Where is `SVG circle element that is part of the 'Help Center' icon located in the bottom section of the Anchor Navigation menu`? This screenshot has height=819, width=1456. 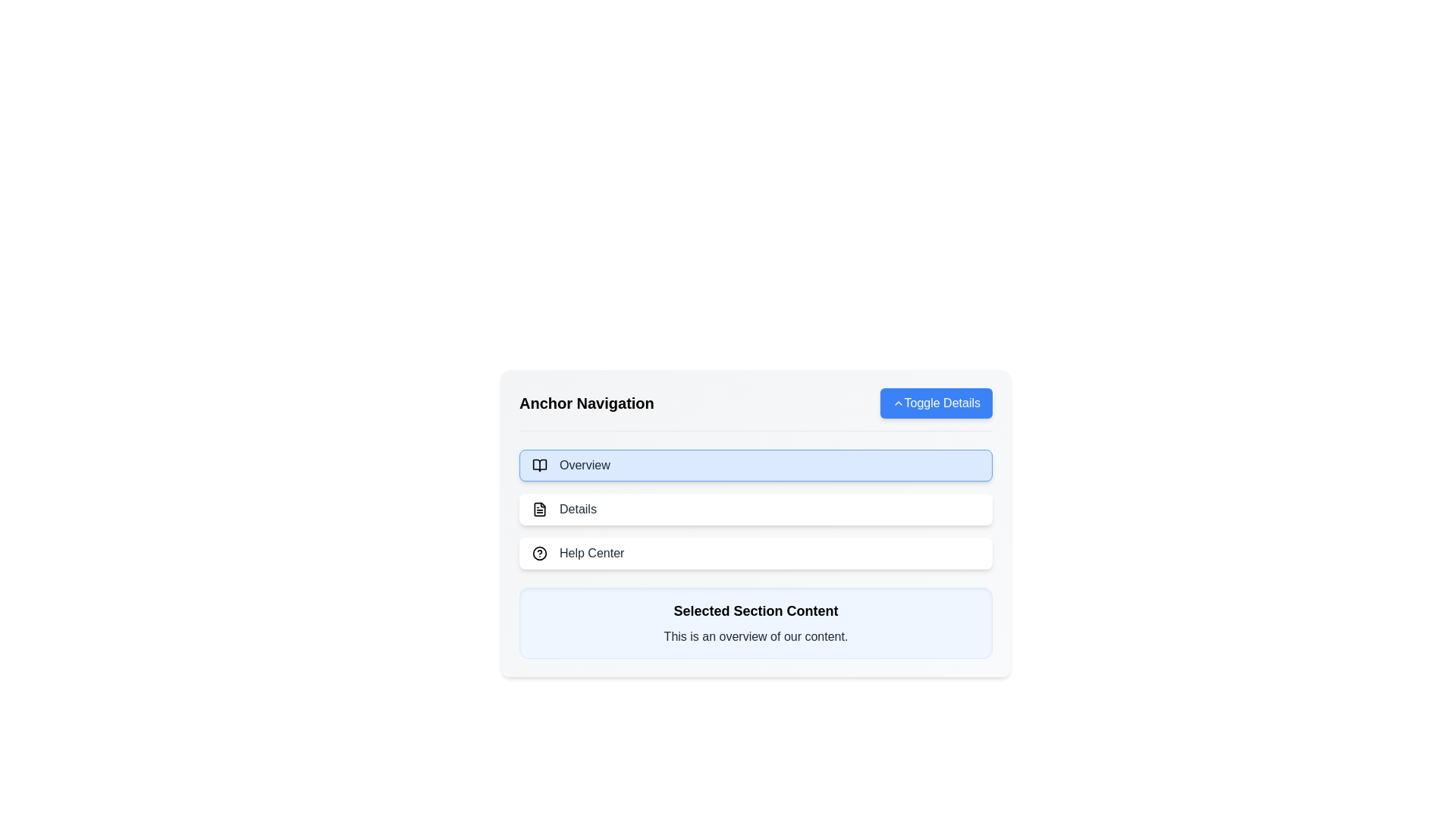 SVG circle element that is part of the 'Help Center' icon located in the bottom section of the Anchor Navigation menu is located at coordinates (539, 553).